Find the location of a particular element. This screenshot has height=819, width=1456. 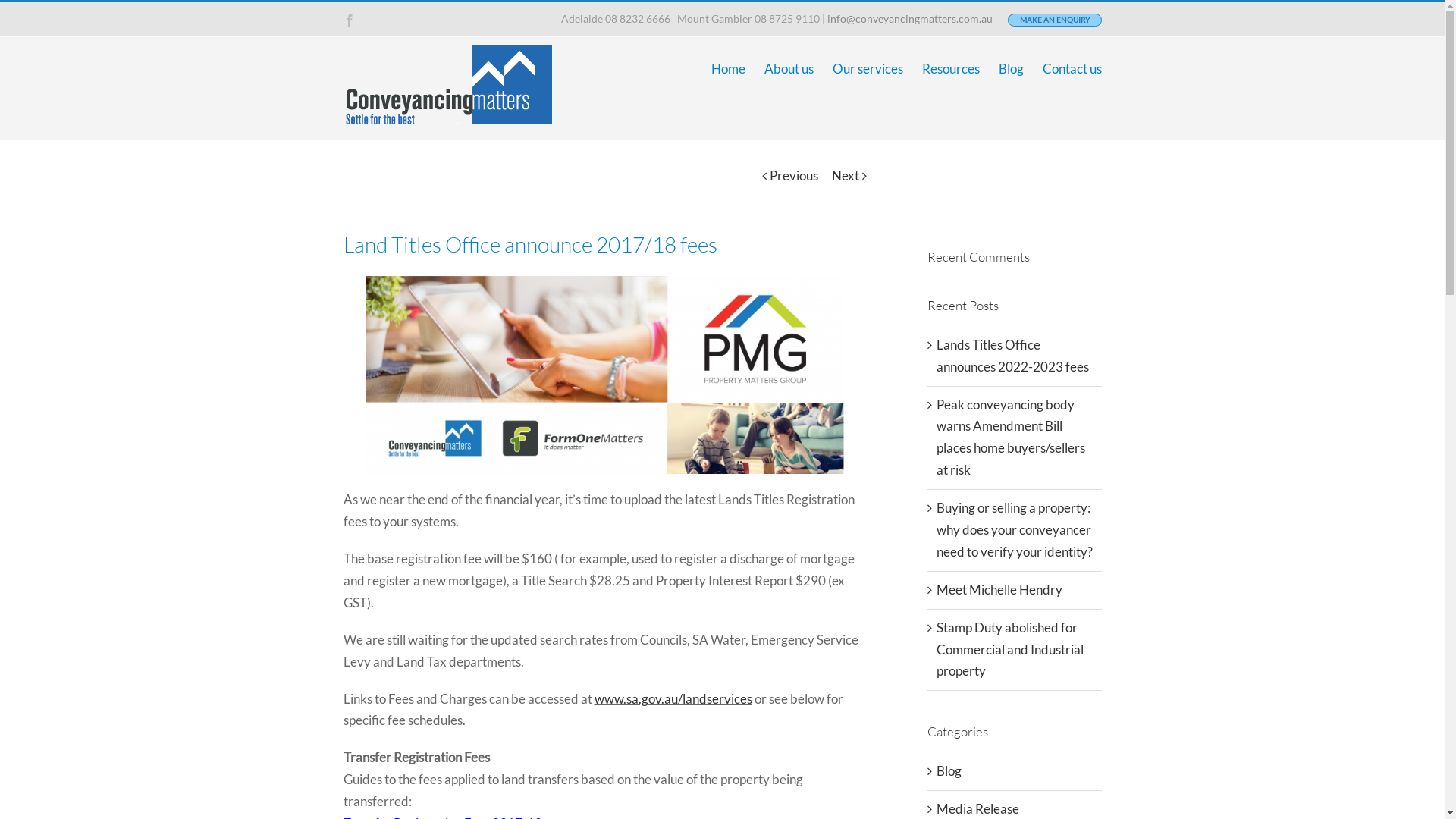

'MAKE AN ENQUIRY' is located at coordinates (1053, 20).